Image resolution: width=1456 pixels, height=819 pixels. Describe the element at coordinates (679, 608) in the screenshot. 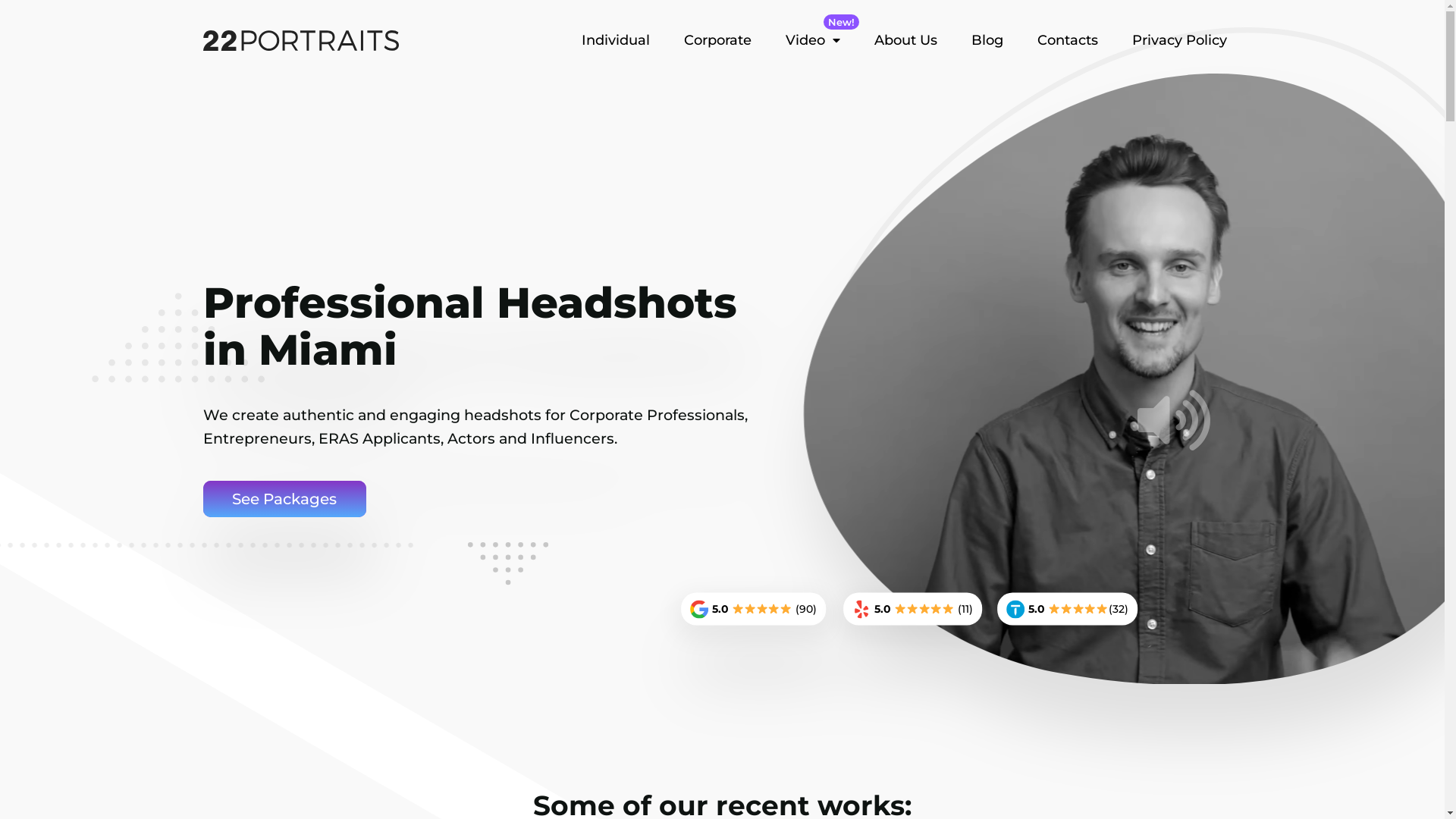

I see `'5.0 (90)'` at that location.